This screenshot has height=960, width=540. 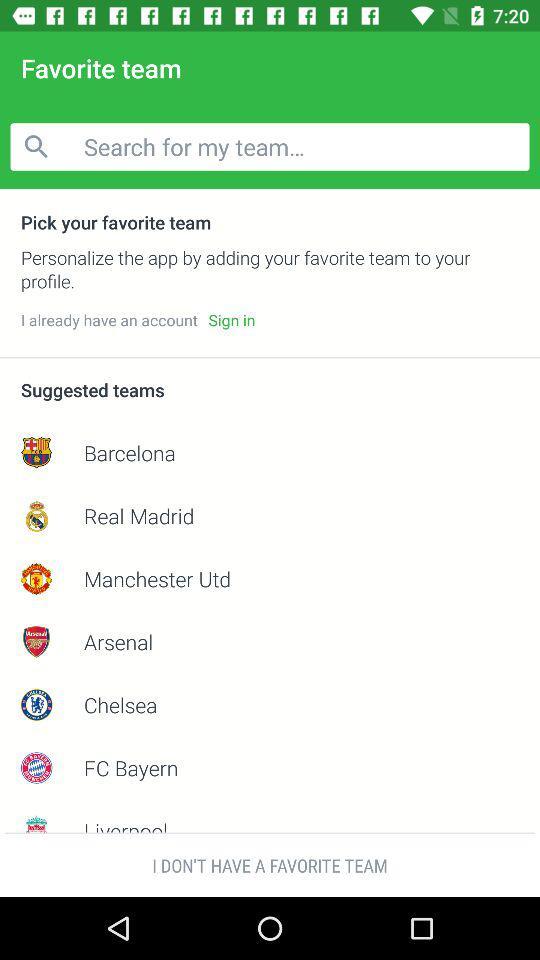 What do you see at coordinates (230, 320) in the screenshot?
I see `the item below the personalize the app item` at bounding box center [230, 320].